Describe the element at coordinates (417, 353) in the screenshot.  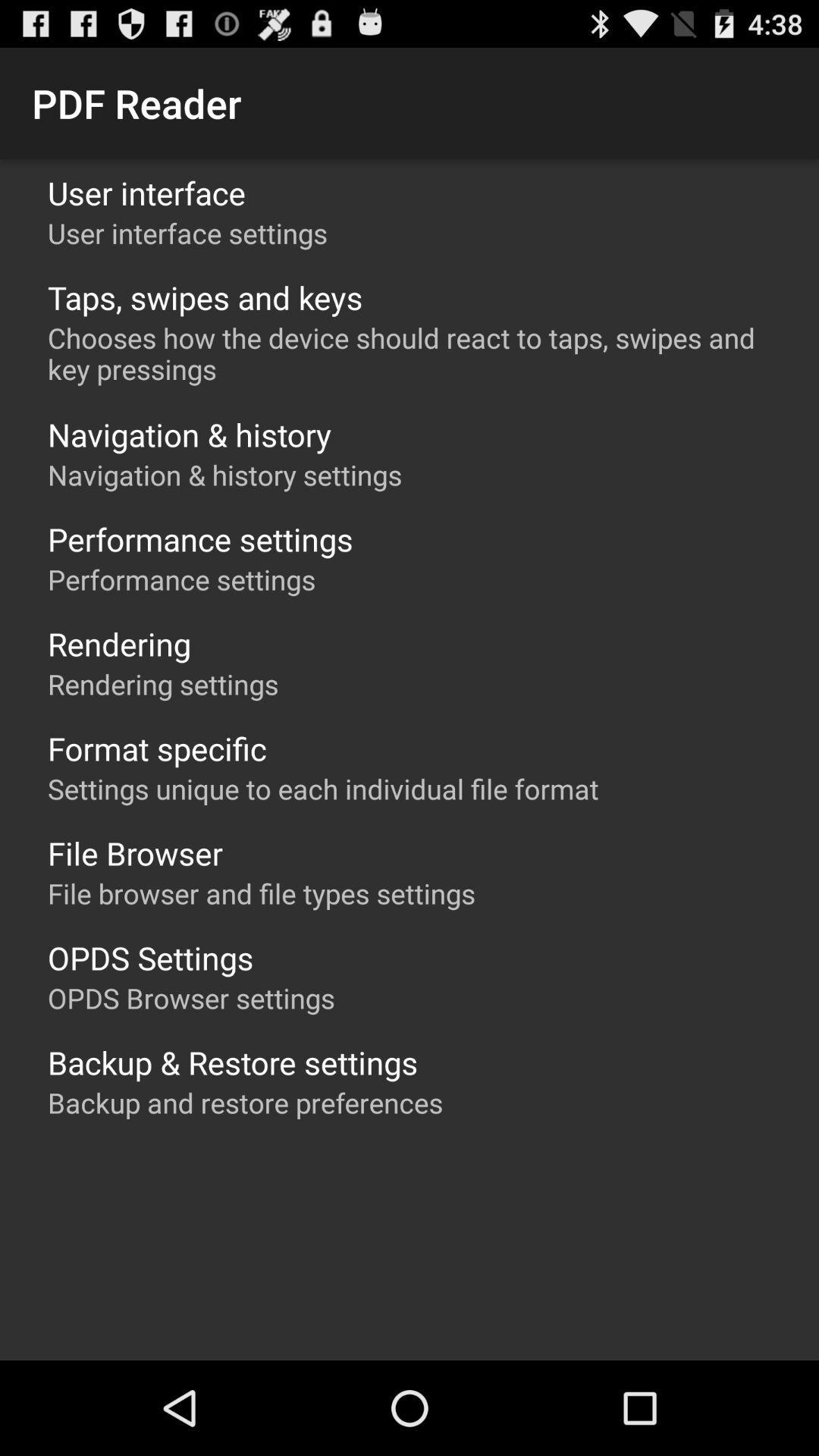
I see `chooses how the app` at that location.